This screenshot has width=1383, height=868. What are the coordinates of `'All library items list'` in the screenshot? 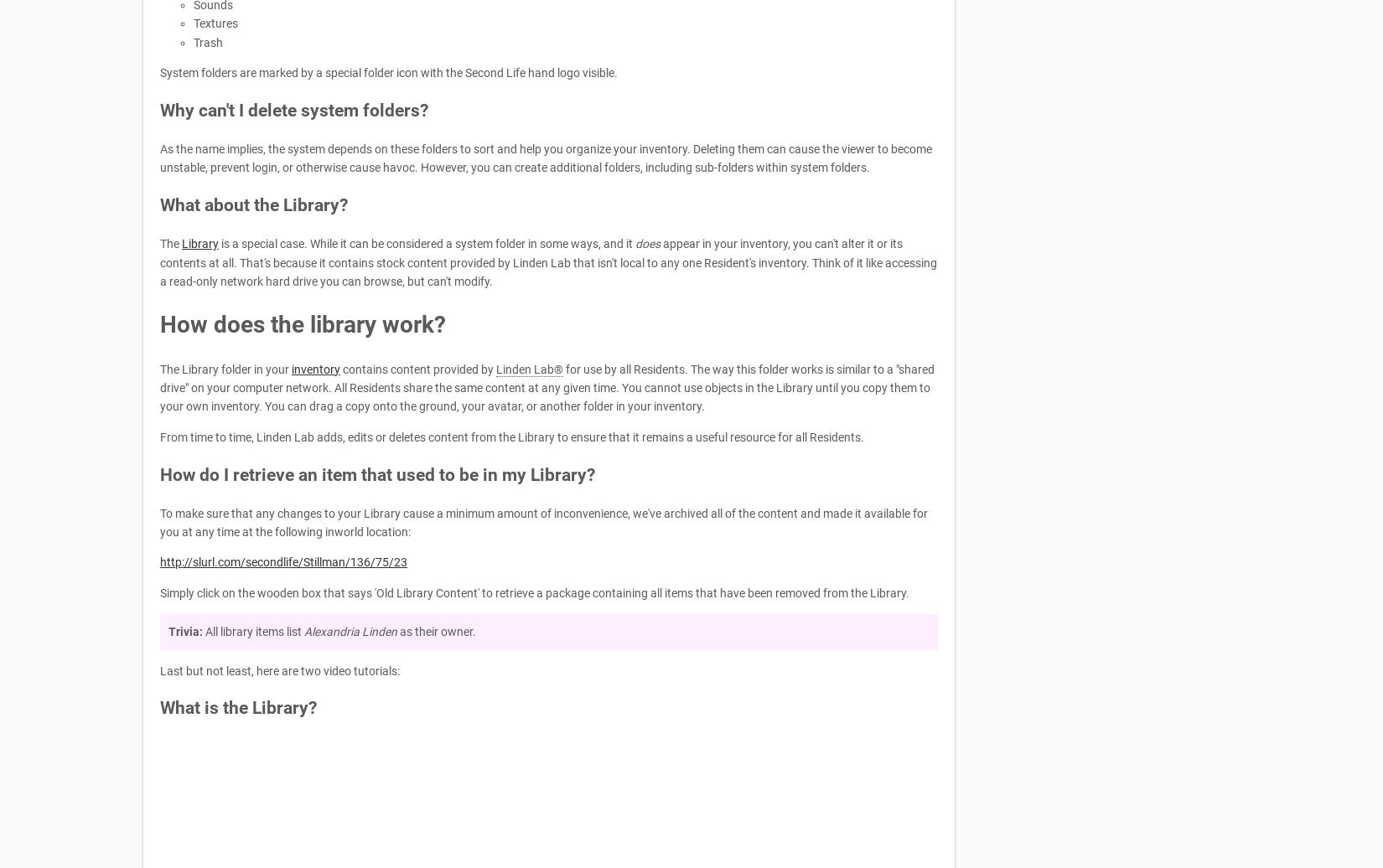 It's located at (203, 632).